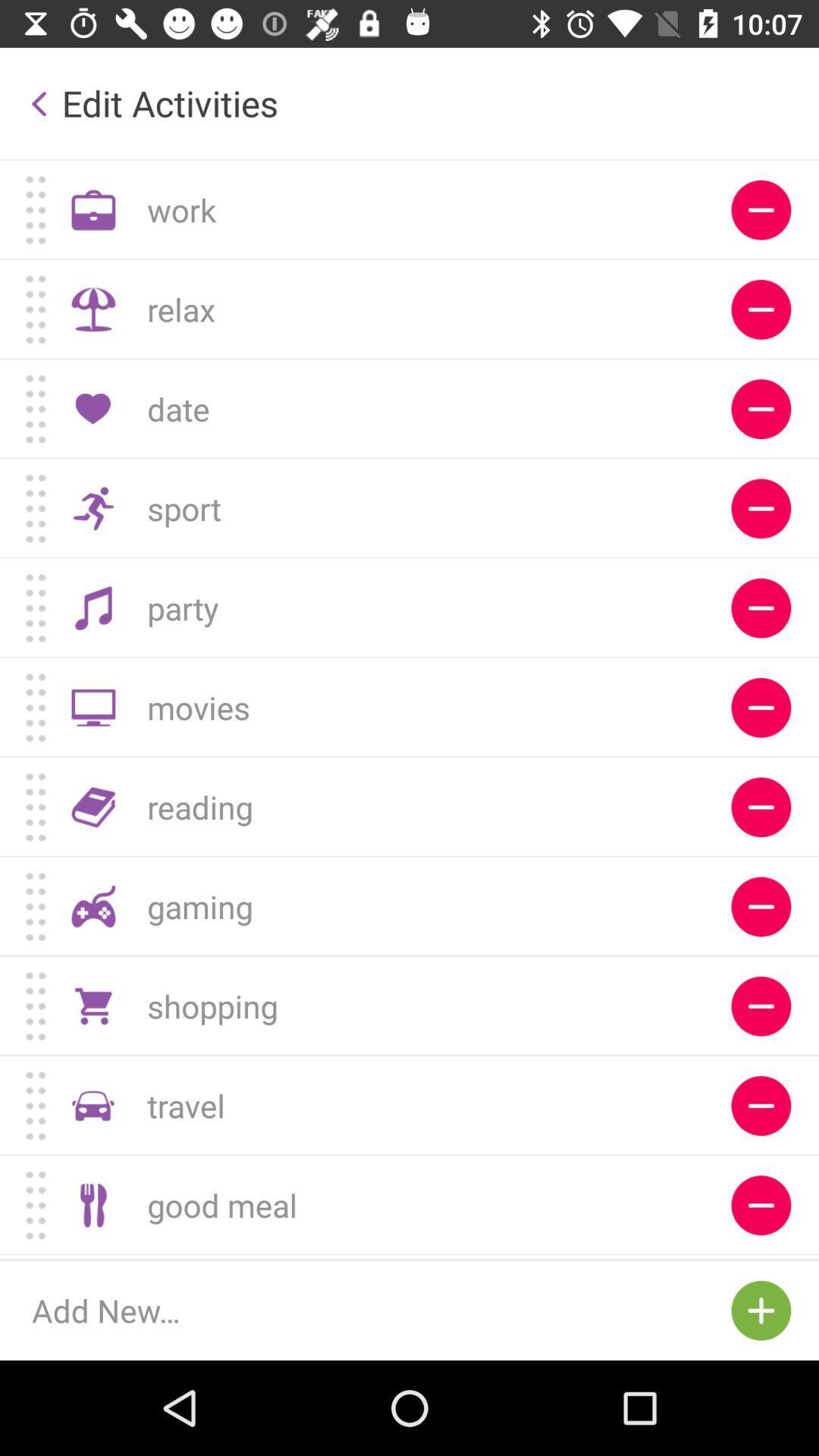 The height and width of the screenshot is (1456, 819). What do you see at coordinates (761, 309) in the screenshot?
I see `remove item` at bounding box center [761, 309].